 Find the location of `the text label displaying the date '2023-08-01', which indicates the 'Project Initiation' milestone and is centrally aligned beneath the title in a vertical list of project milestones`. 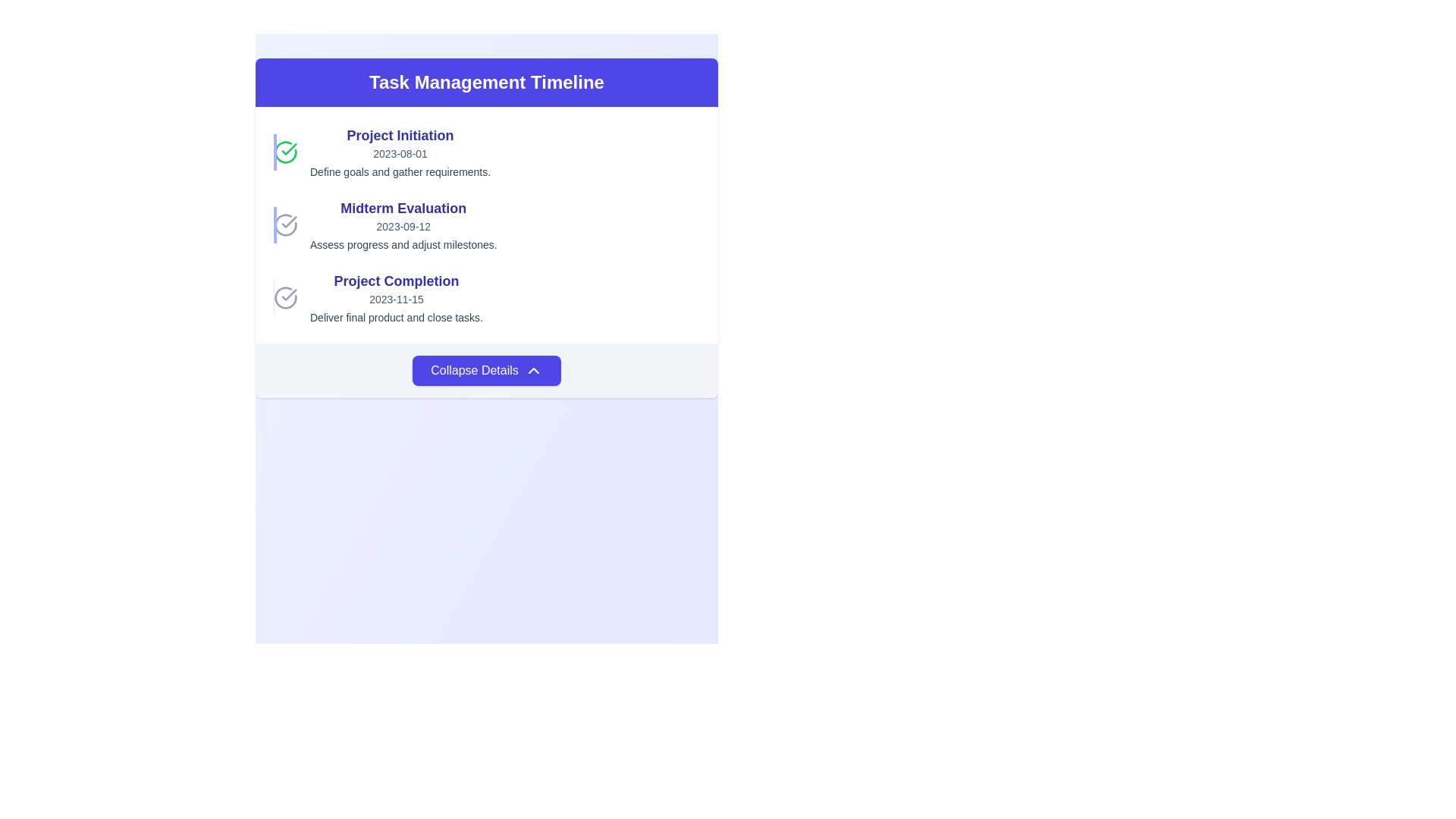

the text label displaying the date '2023-08-01', which indicates the 'Project Initiation' milestone and is centrally aligned beneath the title in a vertical list of project milestones is located at coordinates (400, 154).